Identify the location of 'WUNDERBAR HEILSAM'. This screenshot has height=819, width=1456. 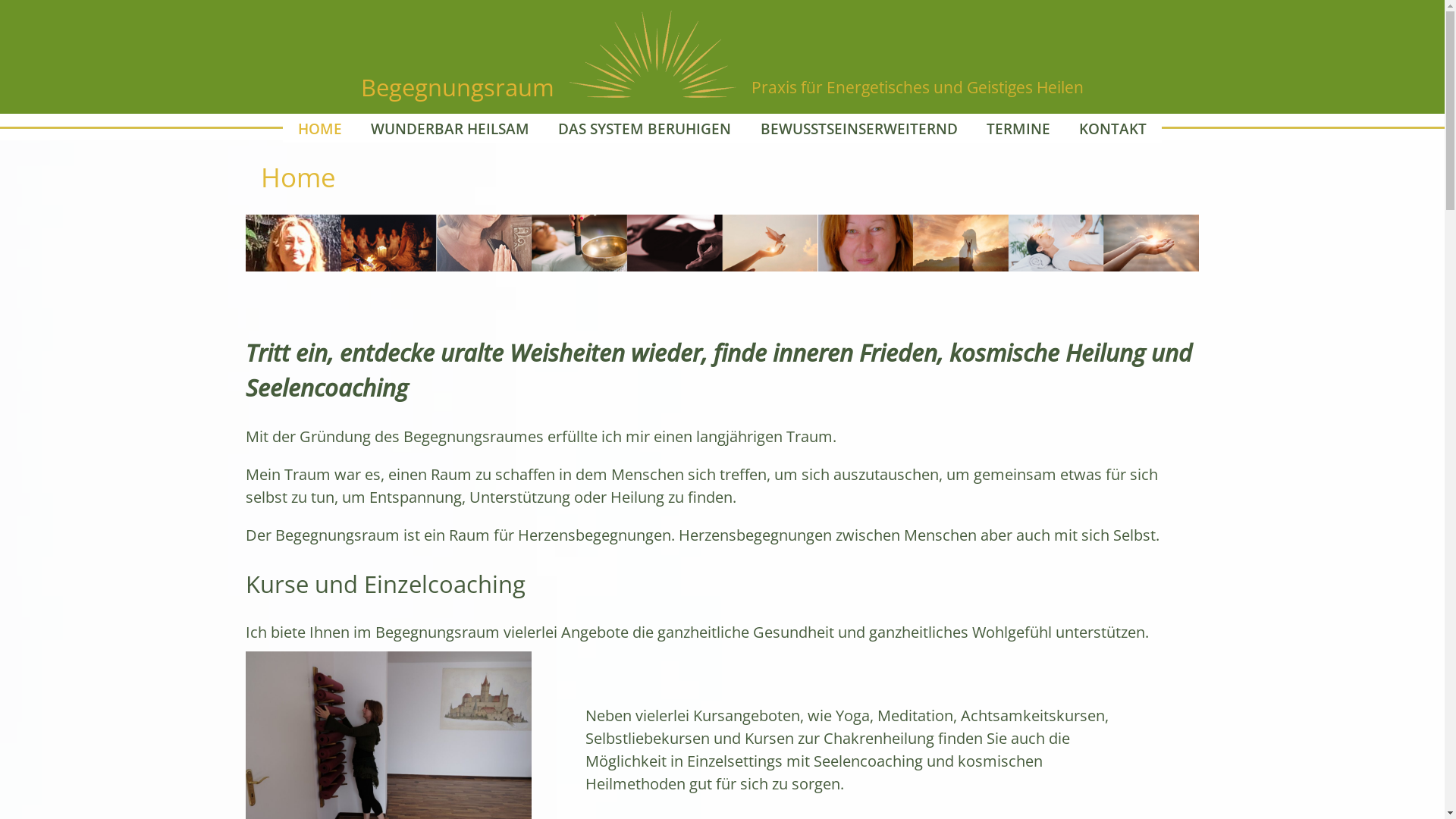
(449, 127).